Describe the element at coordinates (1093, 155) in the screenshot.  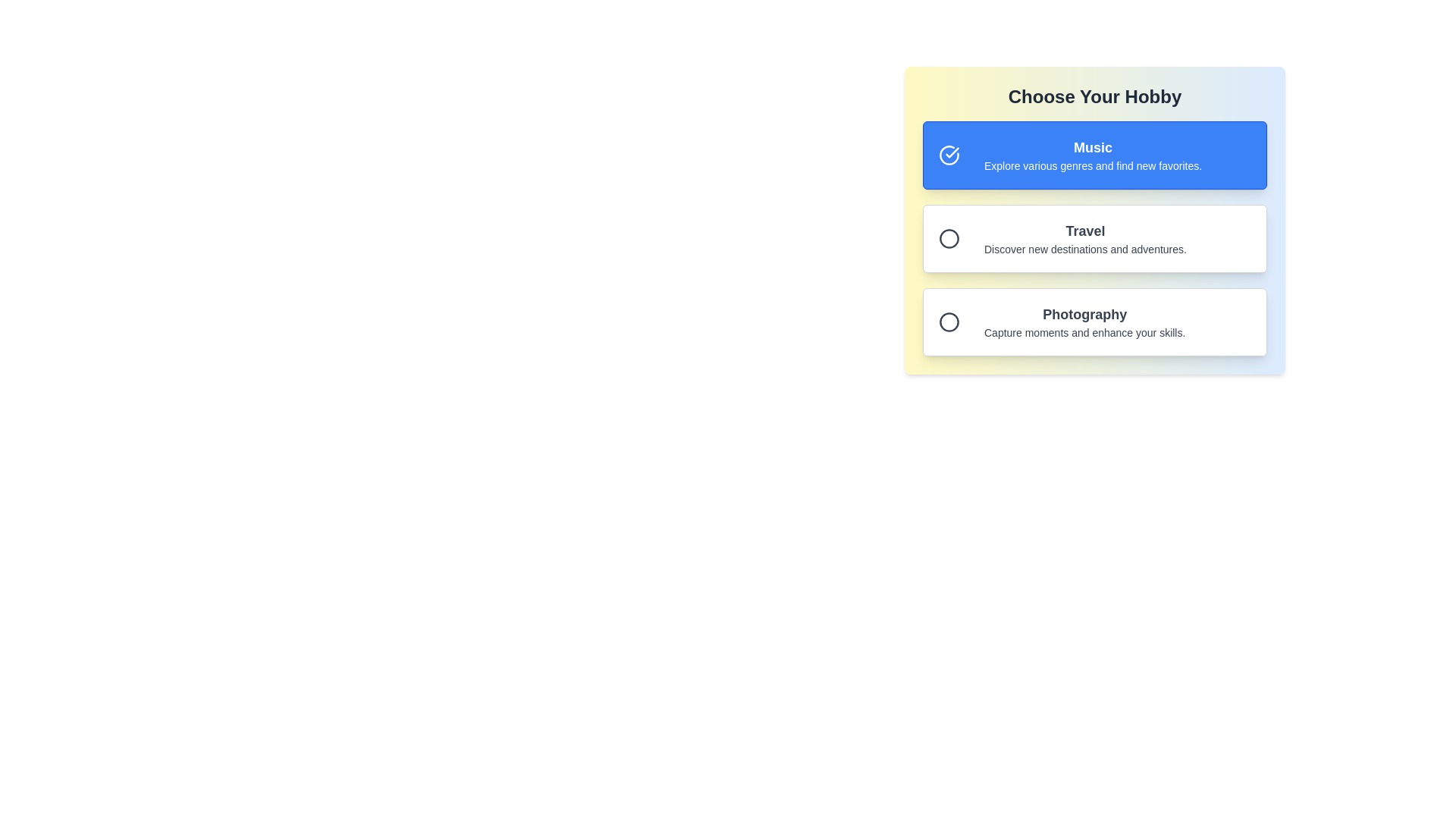
I see `the Text block that provides descriptive information about the 'Music' selection option, located centrally within the first selection card of the interface titled 'Choose Your Hobby.'` at that location.